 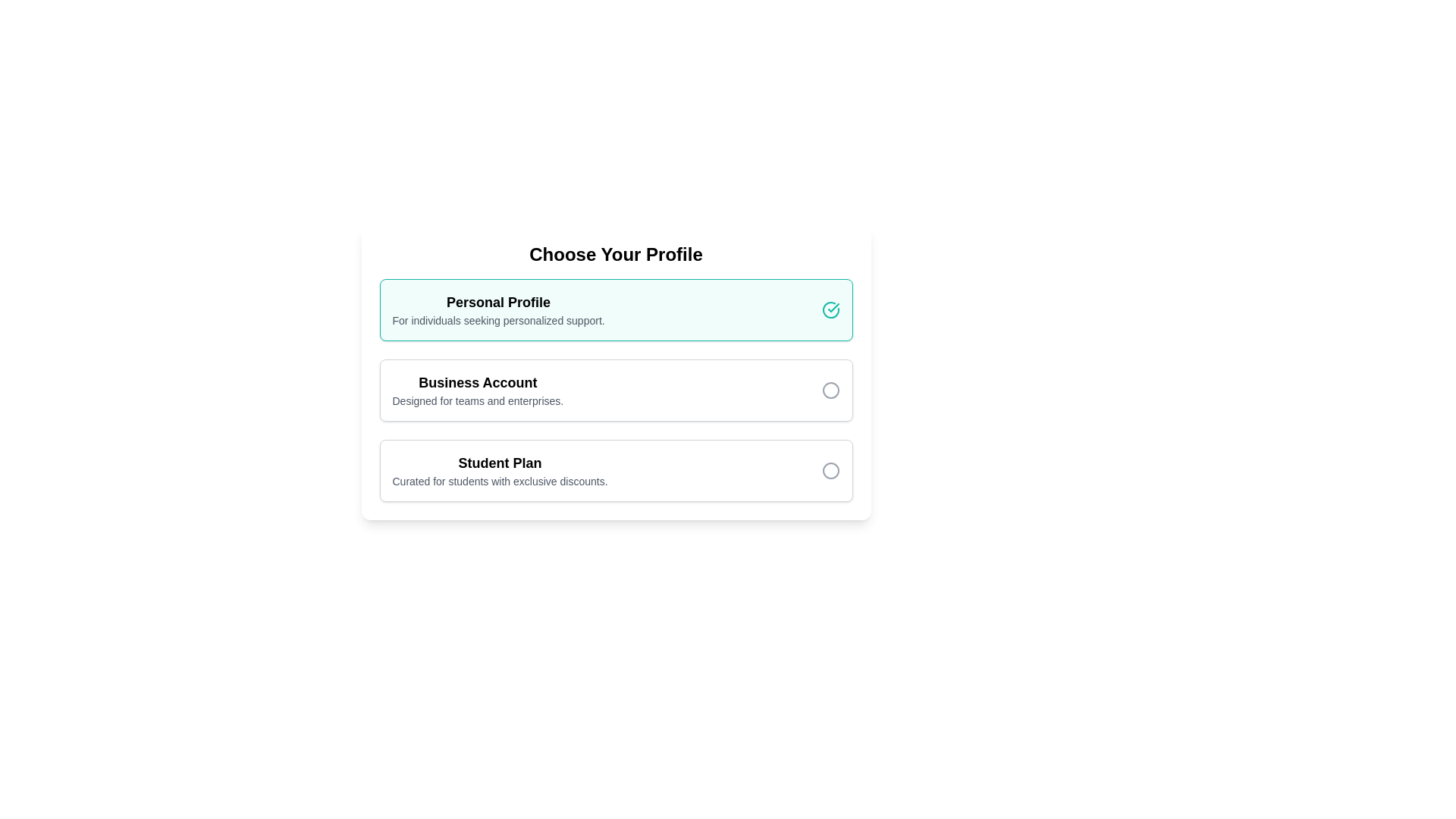 What do you see at coordinates (833, 307) in the screenshot?
I see `the teal checkmark icon within the circular outline that indicates the selection of the 'Personal Profile' option, located at the top of the options list under the 'Choose Your Profile' heading` at bounding box center [833, 307].